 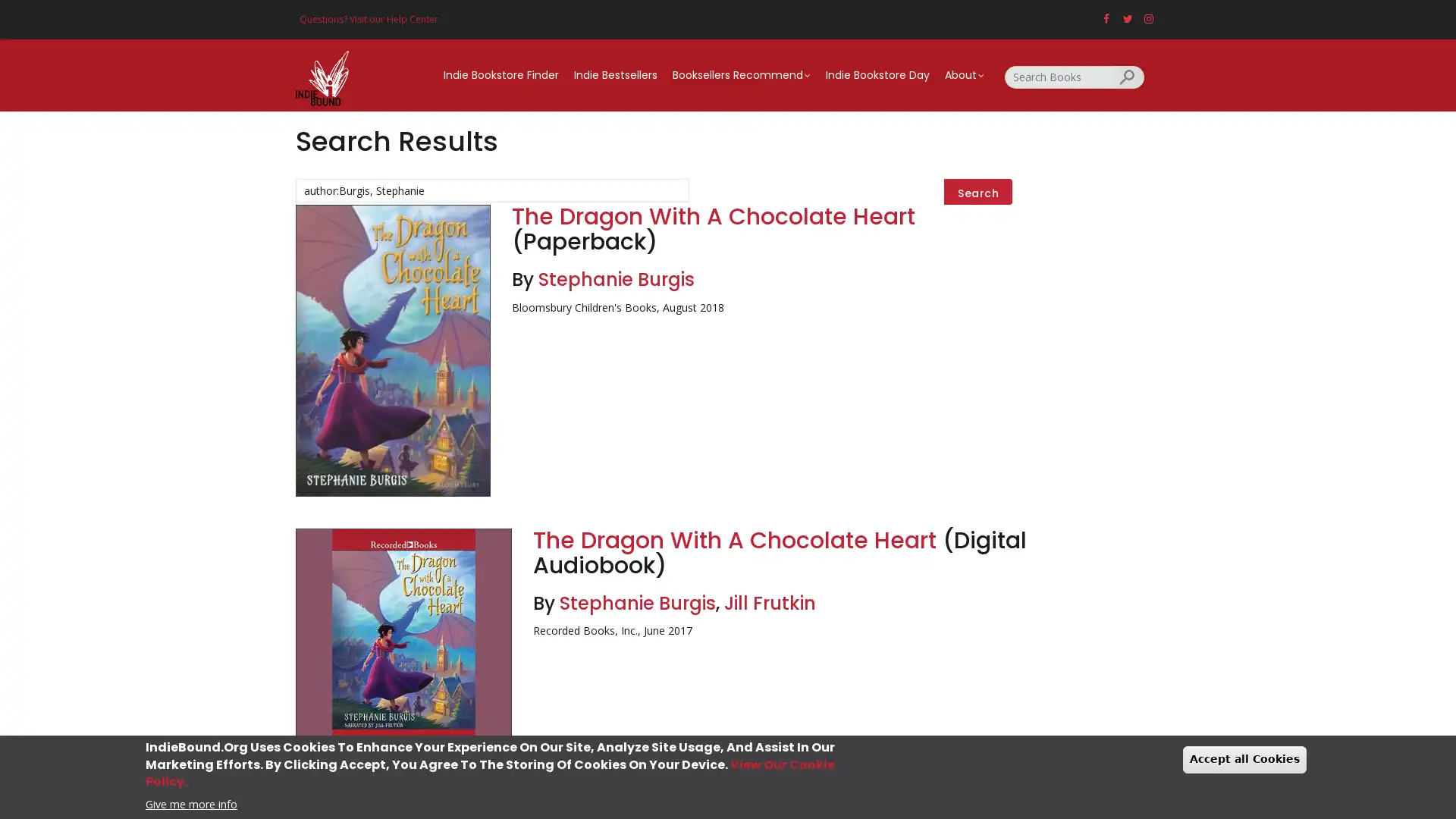 I want to click on Accept all Cookies, so click(x=1244, y=759).